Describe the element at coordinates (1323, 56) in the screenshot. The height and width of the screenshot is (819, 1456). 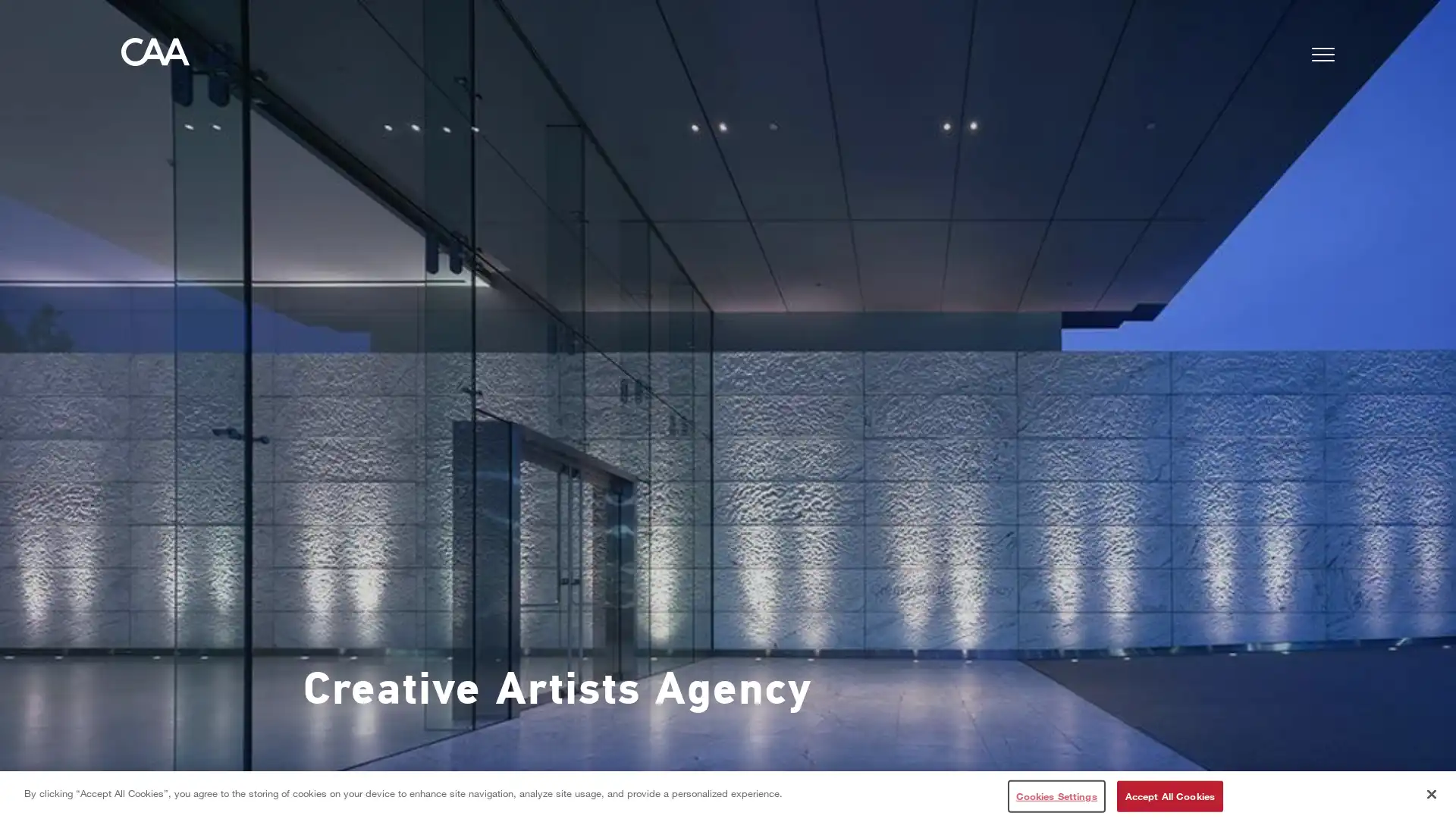
I see `Menu` at that location.